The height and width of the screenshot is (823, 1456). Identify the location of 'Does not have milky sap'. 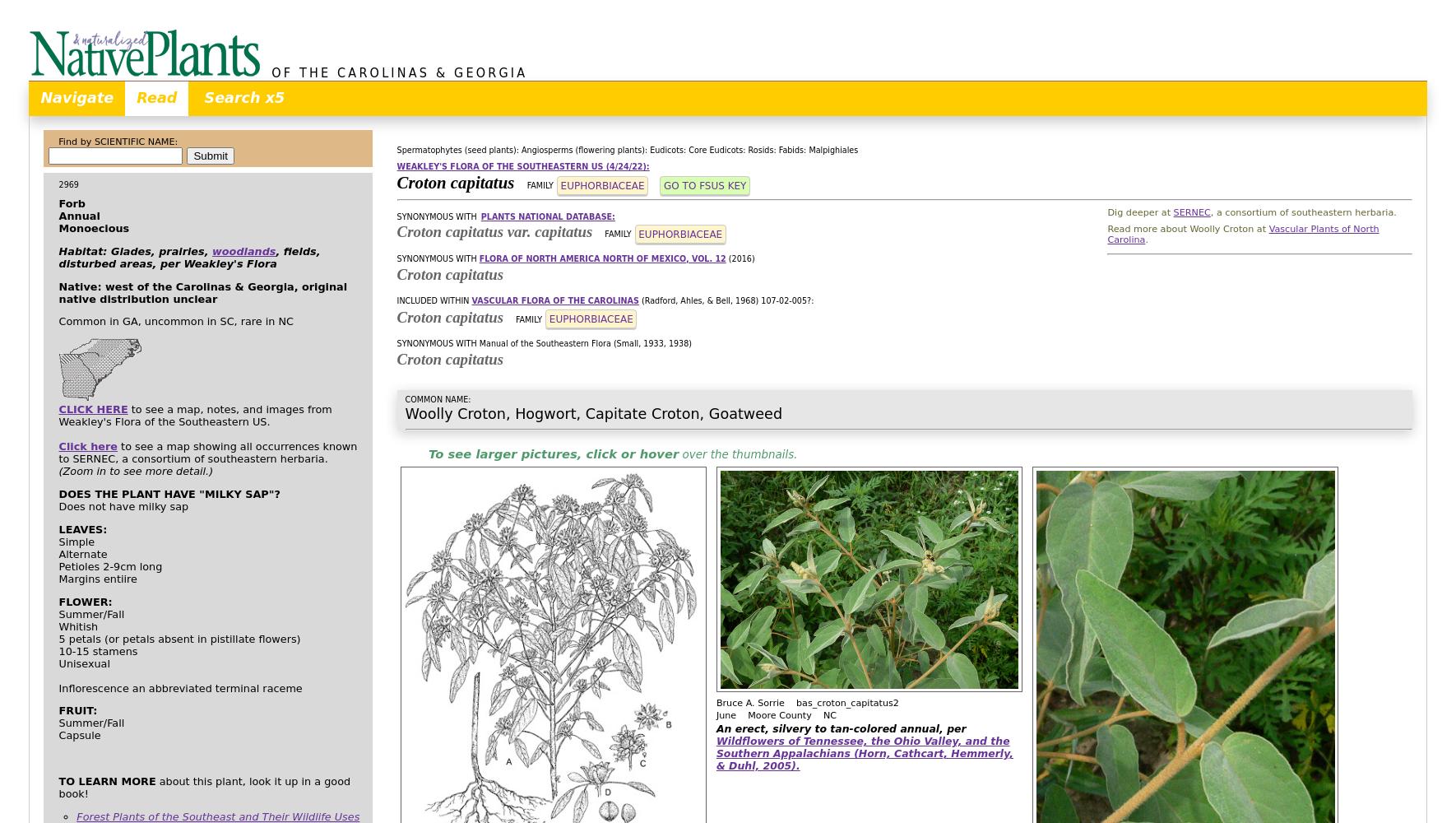
(123, 504).